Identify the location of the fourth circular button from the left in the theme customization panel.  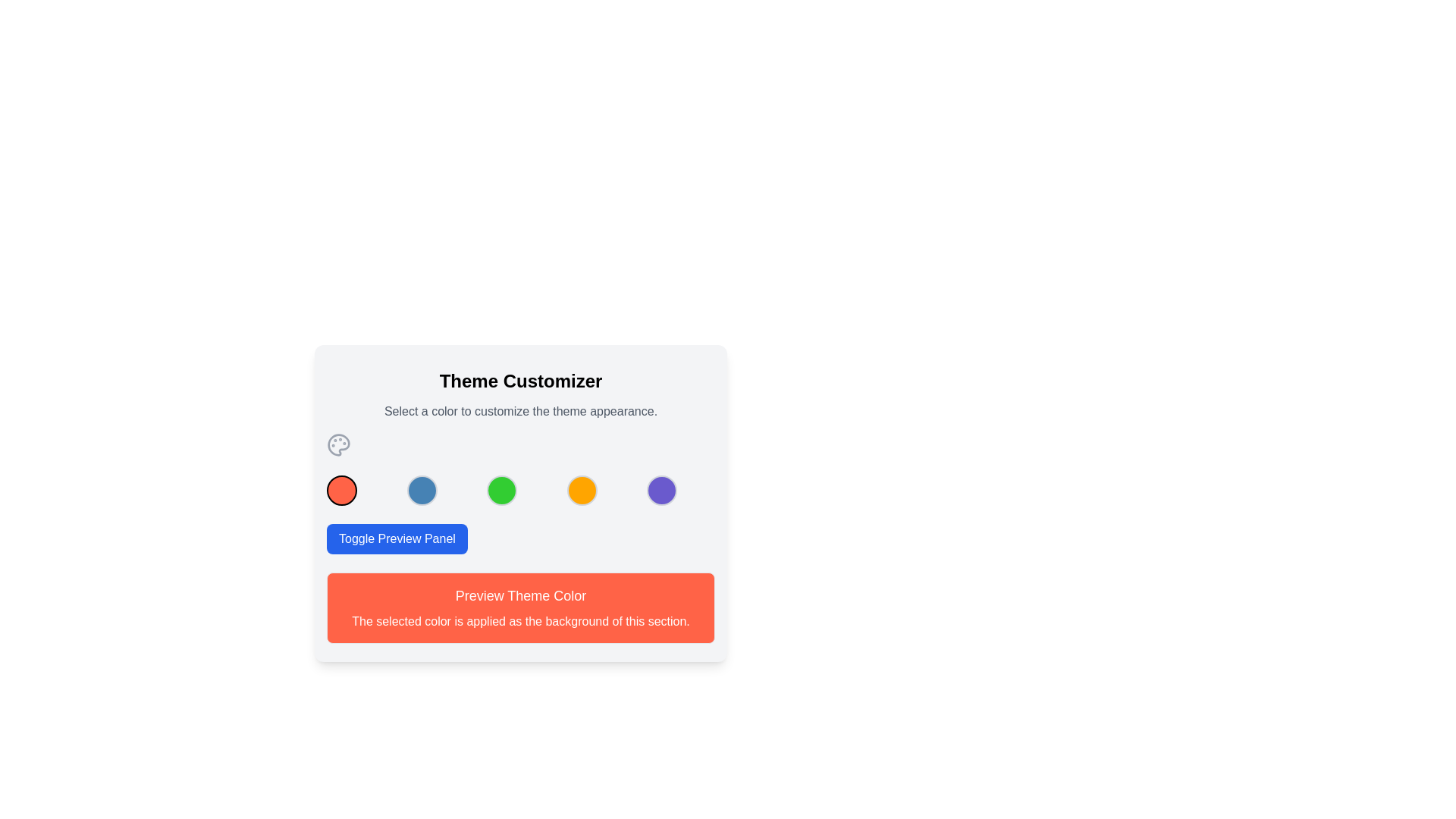
(581, 491).